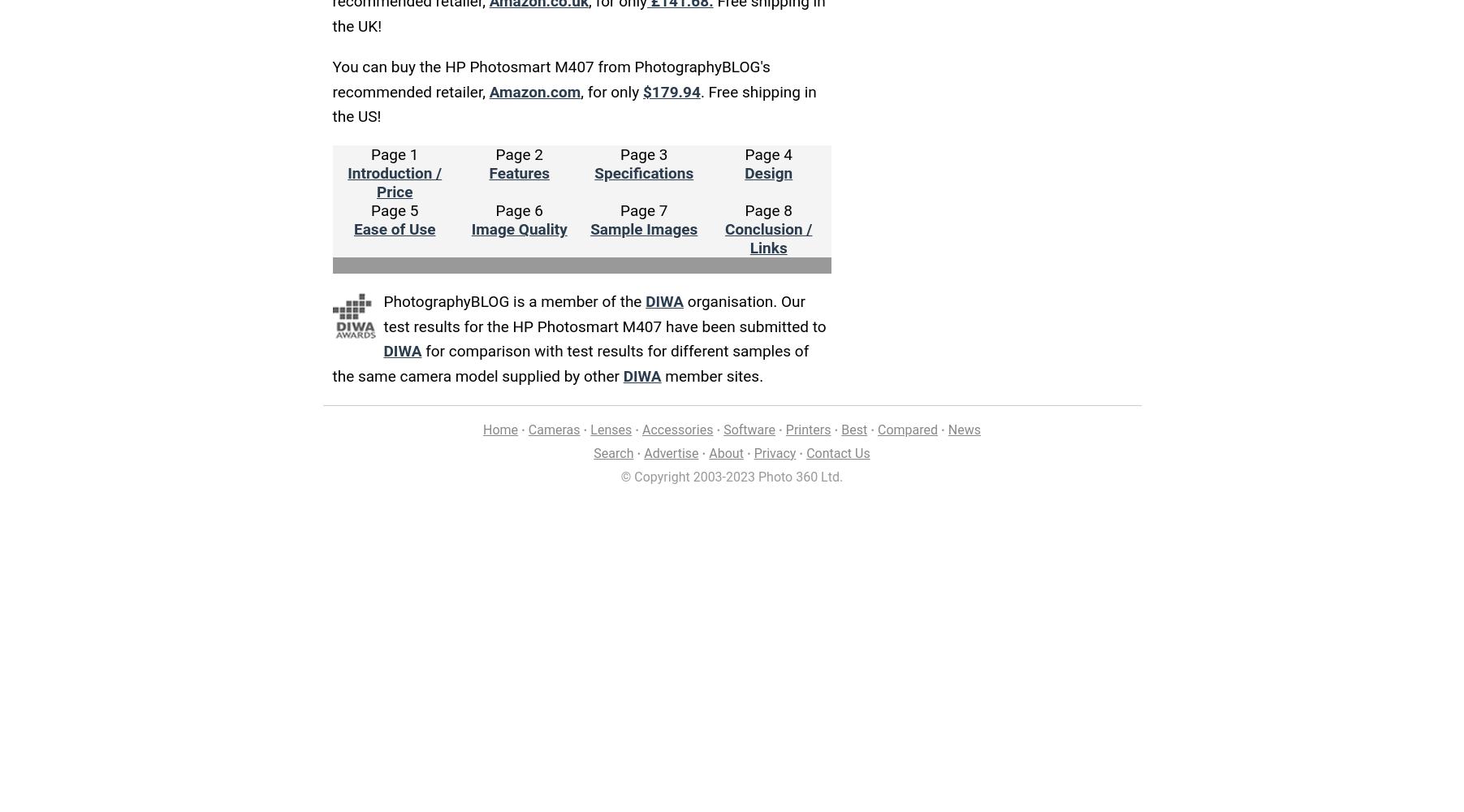 This screenshot has width=1464, height=812. I want to click on 'Amazon.com', so click(533, 90).